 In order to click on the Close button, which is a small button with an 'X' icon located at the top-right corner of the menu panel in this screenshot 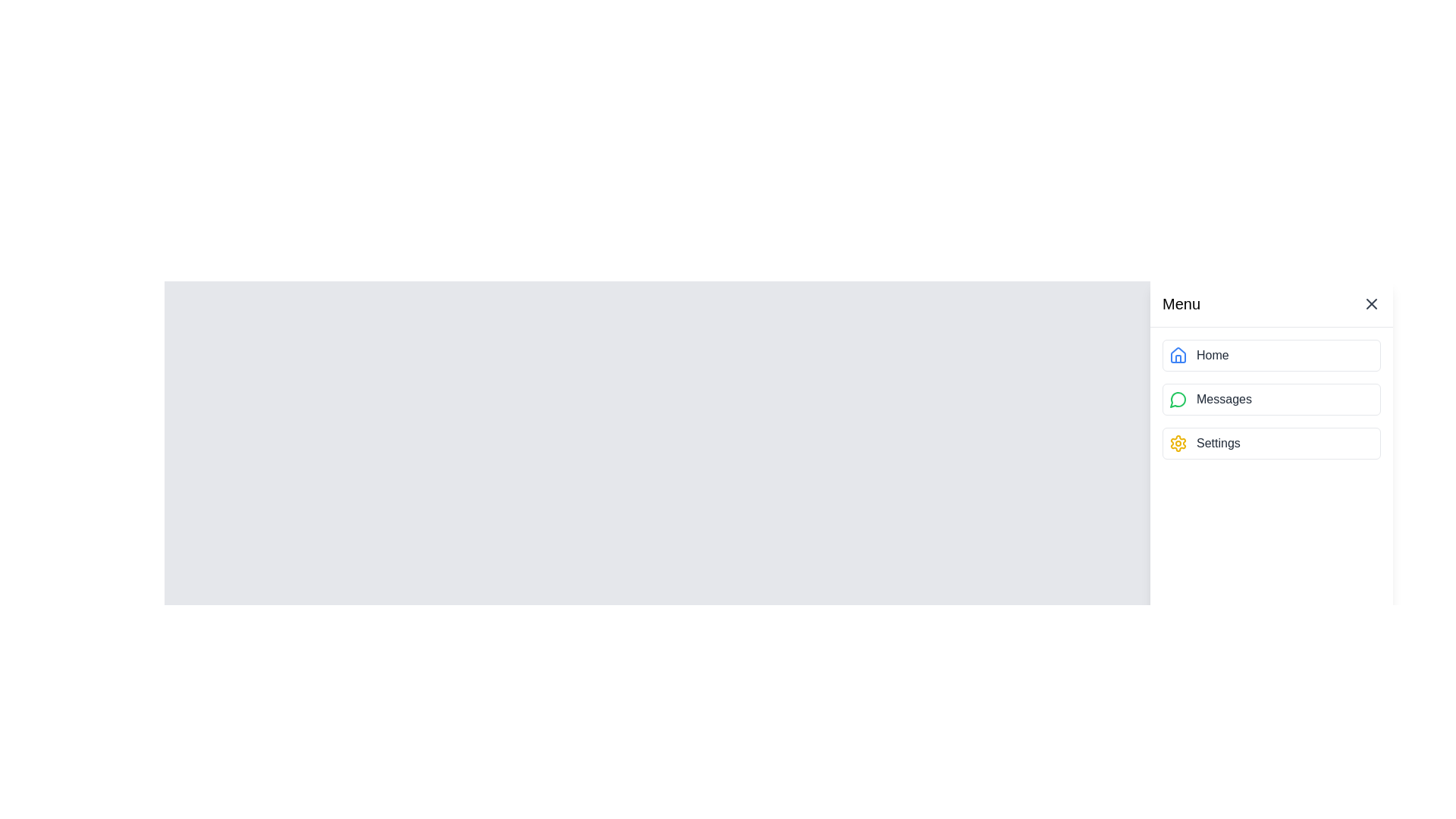, I will do `click(1372, 304)`.